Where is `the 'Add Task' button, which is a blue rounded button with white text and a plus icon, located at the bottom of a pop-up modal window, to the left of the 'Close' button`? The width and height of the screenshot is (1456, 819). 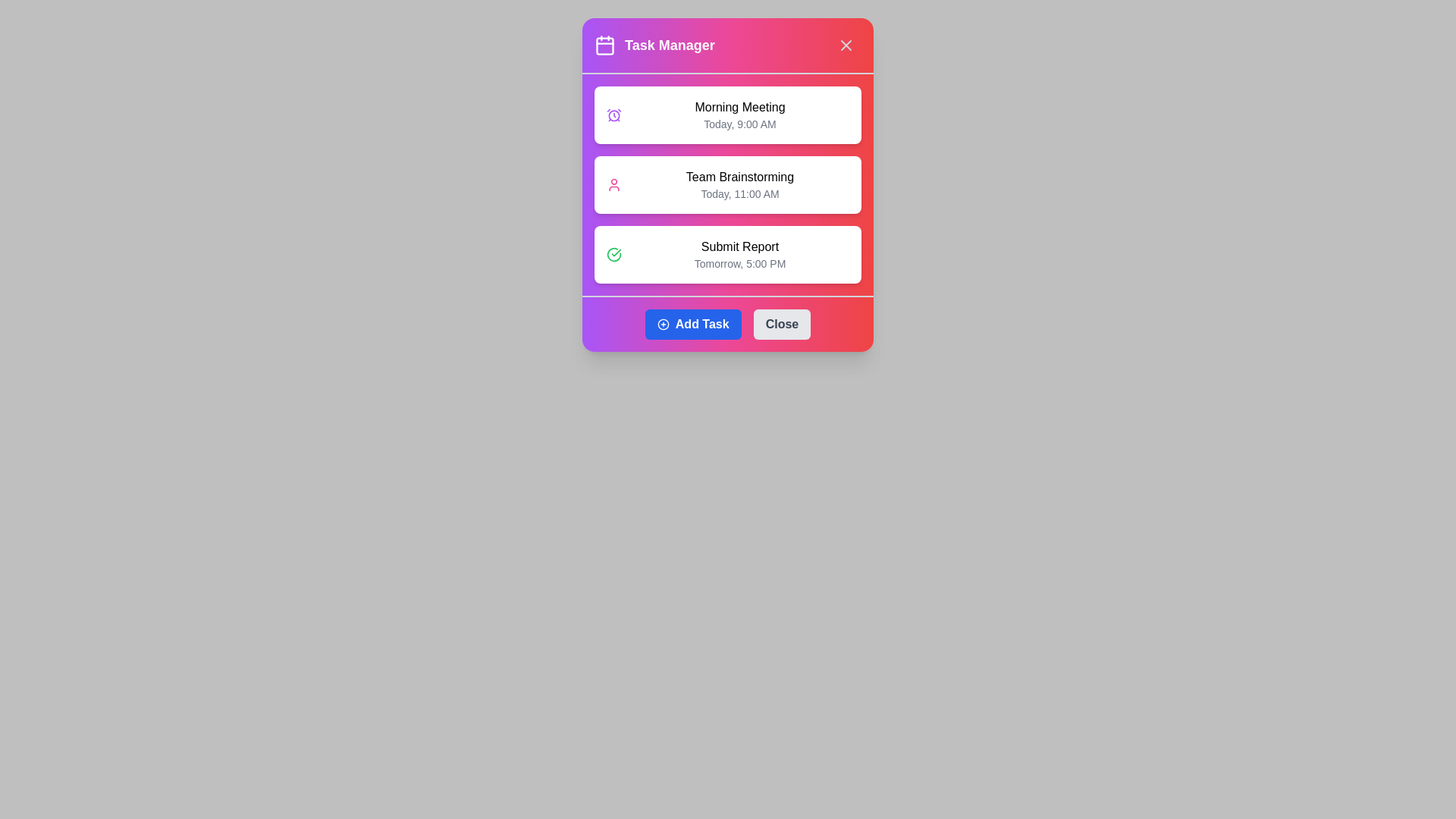 the 'Add Task' button, which is a blue rounded button with white text and a plus icon, located at the bottom of a pop-up modal window, to the left of the 'Close' button is located at coordinates (692, 324).